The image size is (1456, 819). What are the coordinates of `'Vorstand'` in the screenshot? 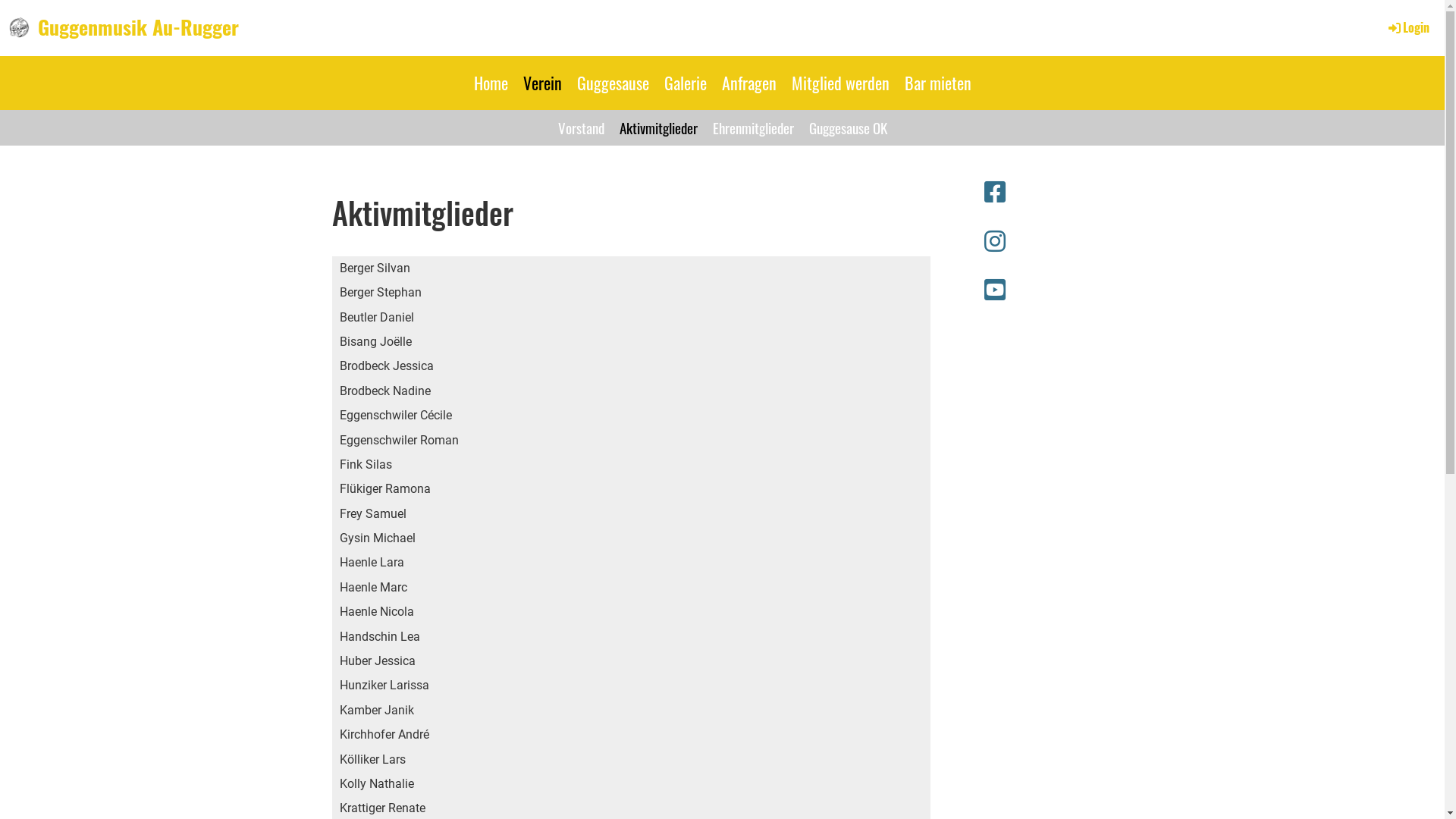 It's located at (549, 127).